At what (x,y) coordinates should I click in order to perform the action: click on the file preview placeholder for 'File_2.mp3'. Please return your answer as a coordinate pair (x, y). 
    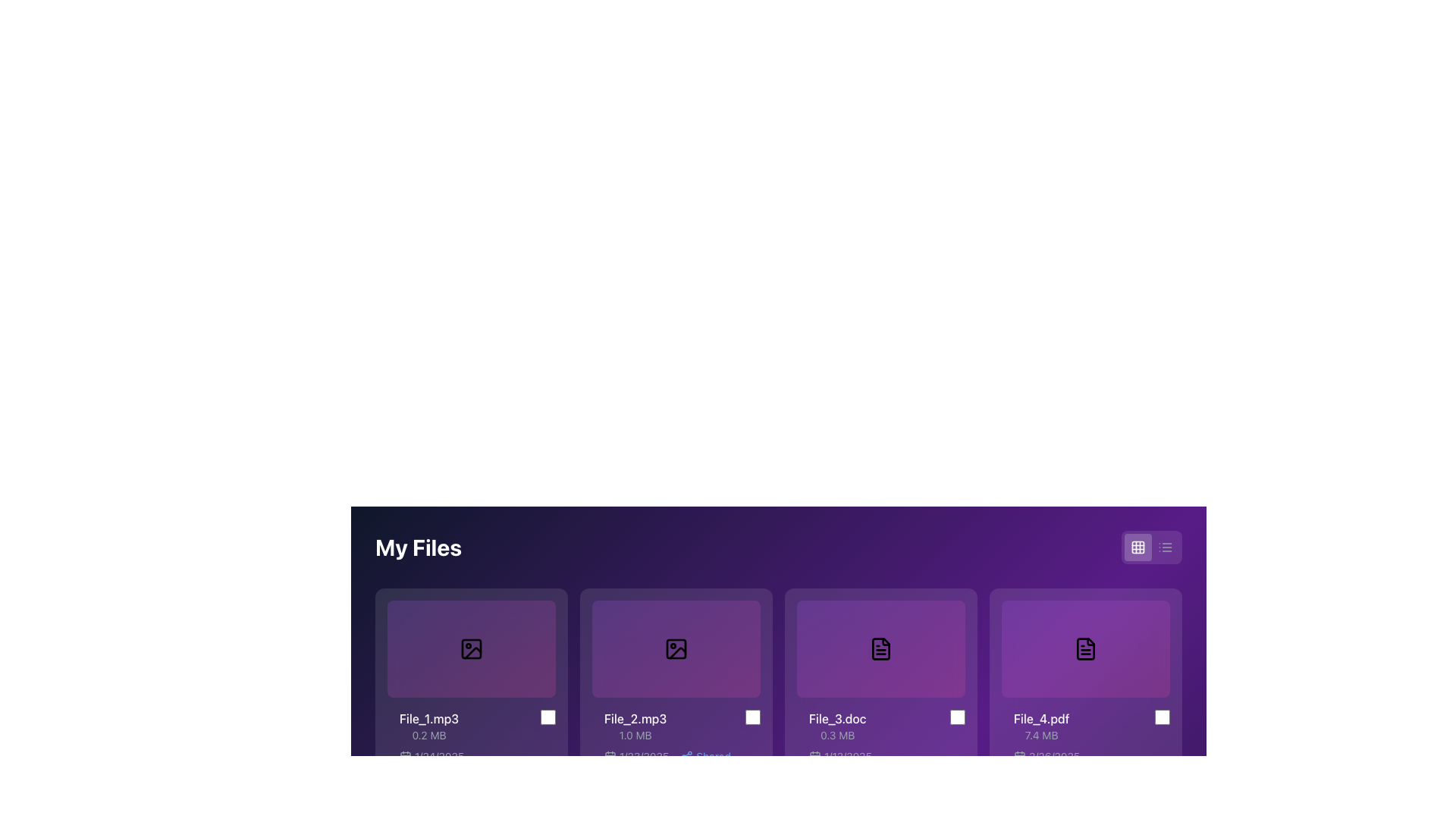
    Looking at the image, I should click on (676, 648).